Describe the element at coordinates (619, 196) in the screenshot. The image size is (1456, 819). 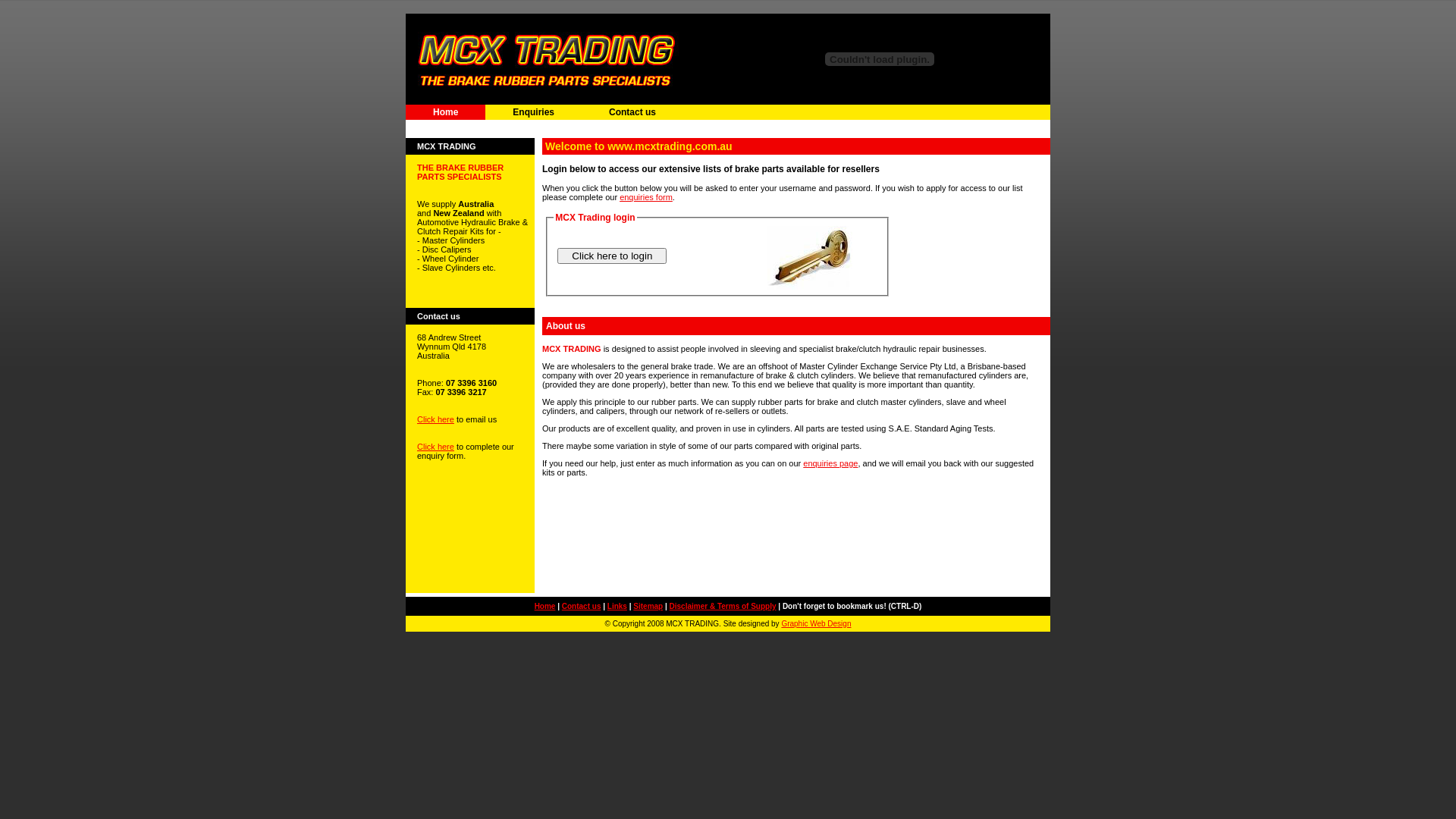
I see `'enquiries form'` at that location.